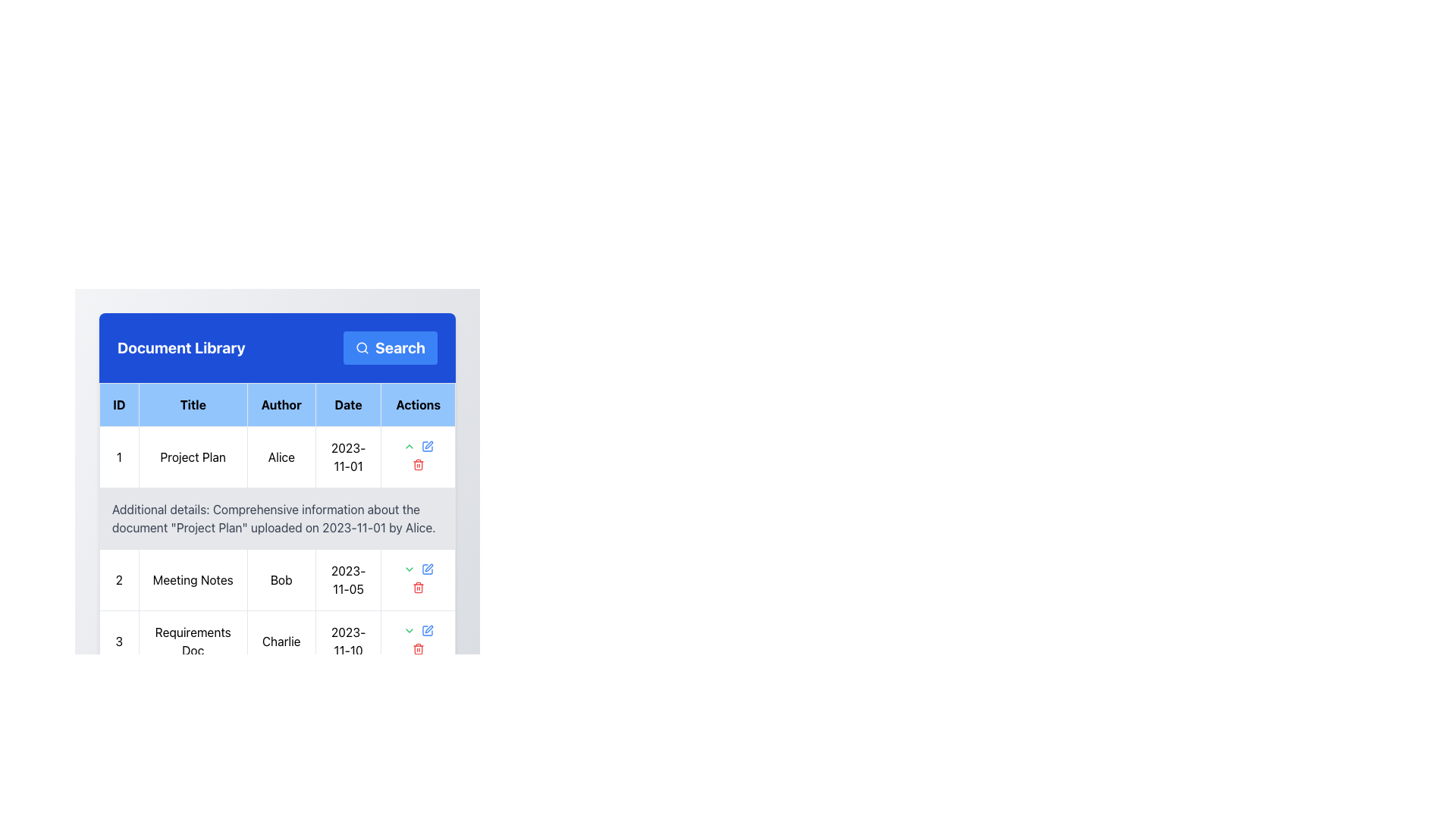 This screenshot has width=1456, height=819. Describe the element at coordinates (277, 517) in the screenshot. I see `contextual information displayed in the text block located directly below the first row of the document table related to the 'Project Plan'` at that location.